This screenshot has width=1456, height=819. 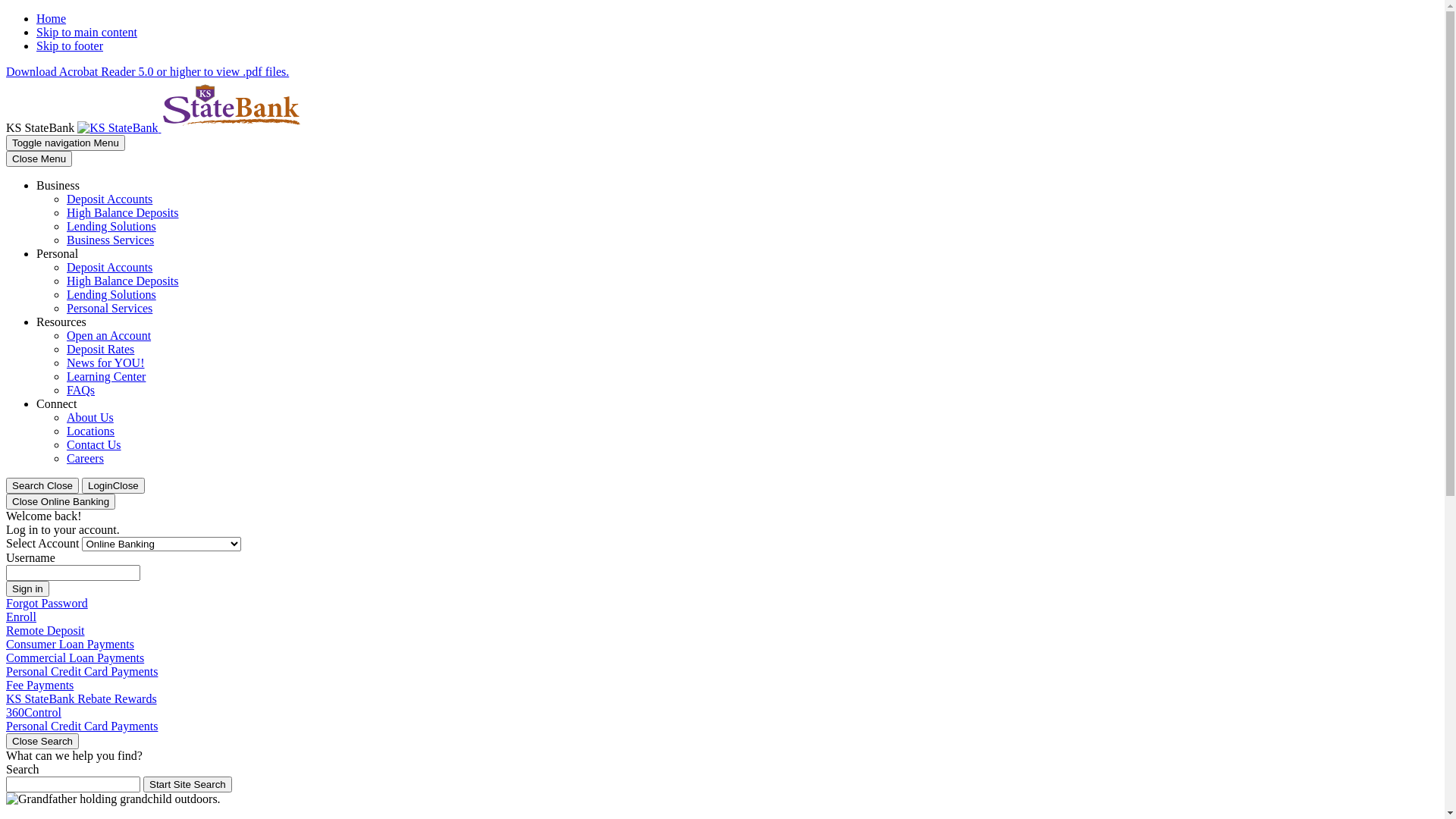 I want to click on 'FAQs', so click(x=80, y=389).